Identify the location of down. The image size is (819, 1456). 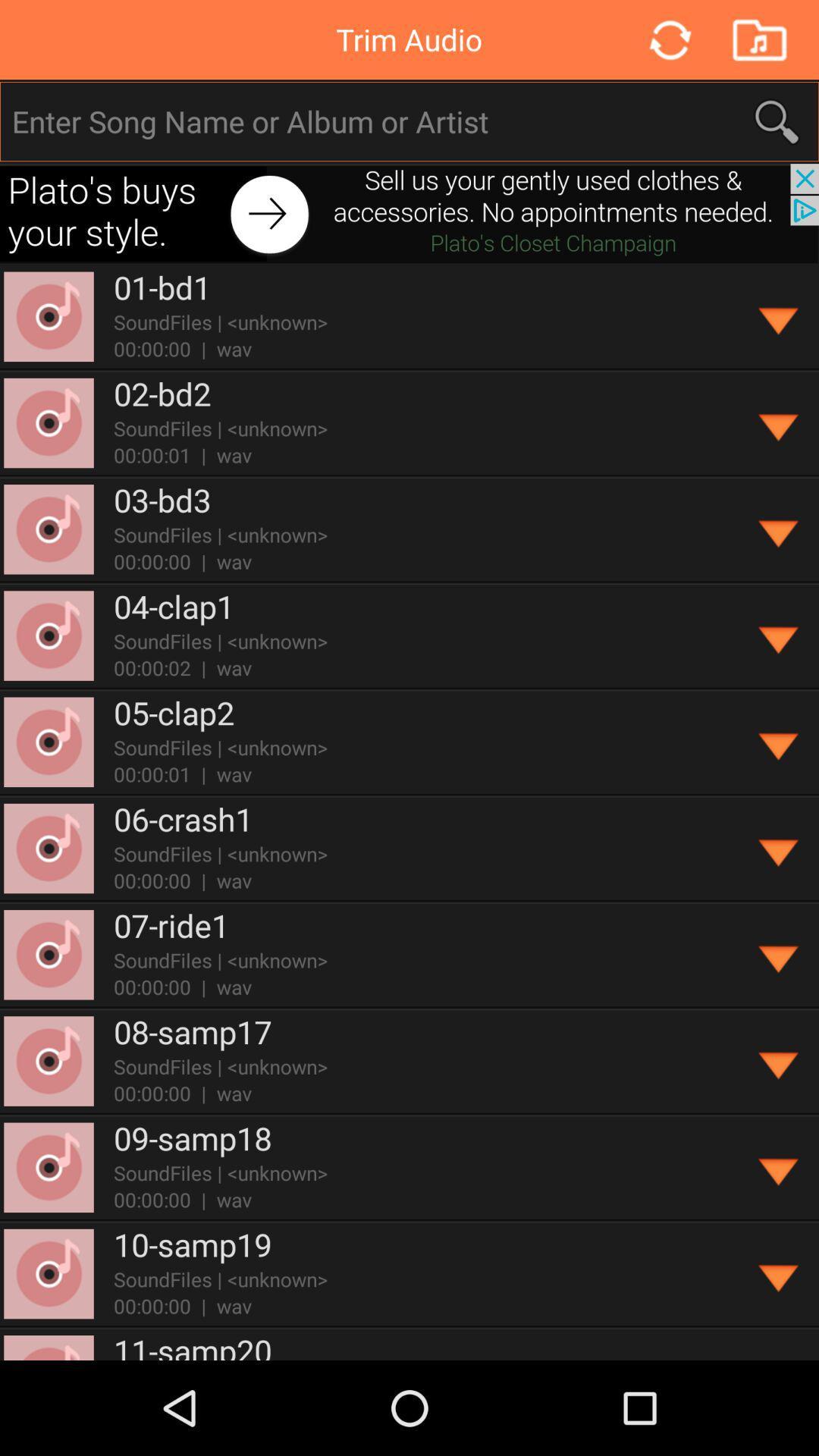
(779, 1167).